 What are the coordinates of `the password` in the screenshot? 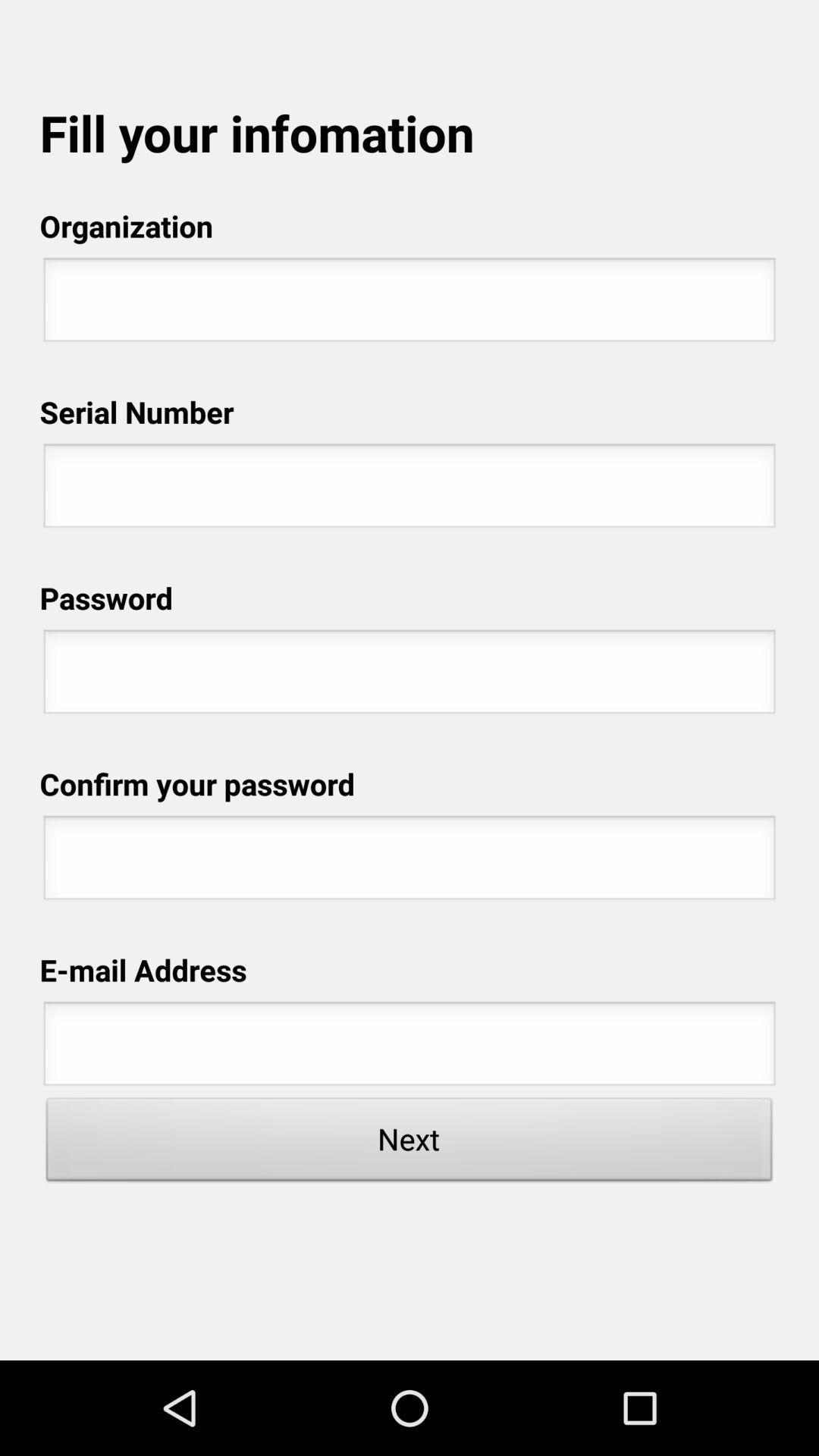 It's located at (409, 675).